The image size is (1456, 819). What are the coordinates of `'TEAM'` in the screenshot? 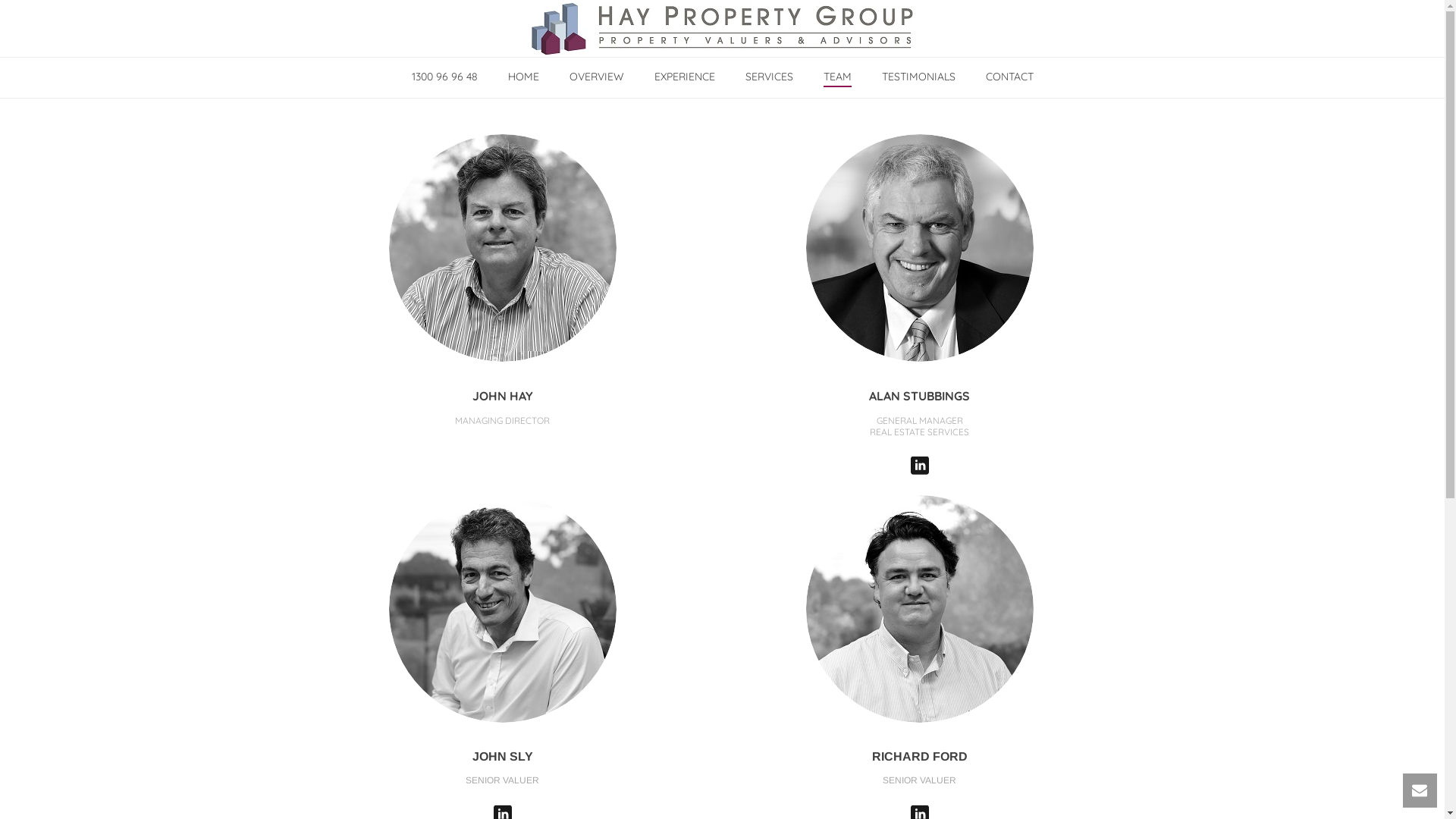 It's located at (836, 77).